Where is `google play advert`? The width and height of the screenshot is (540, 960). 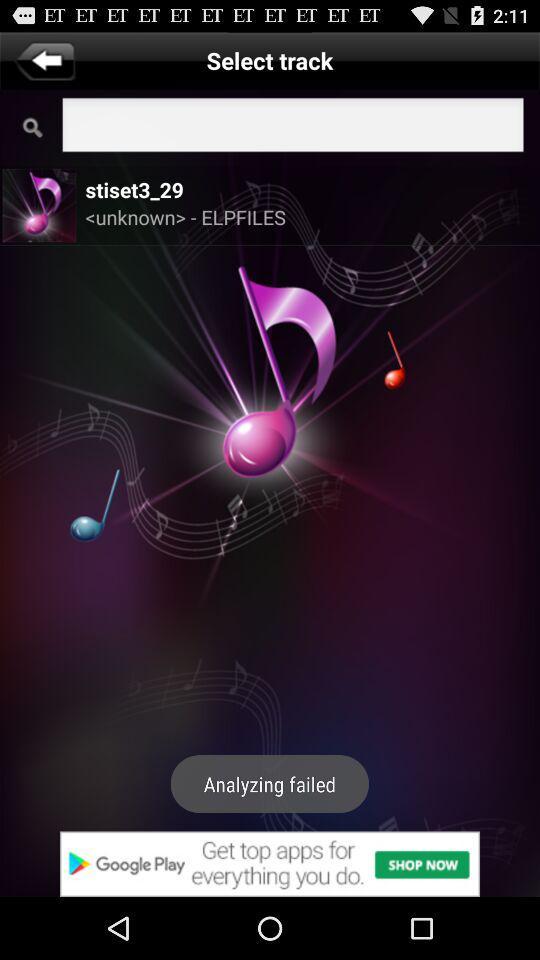 google play advert is located at coordinates (270, 863).